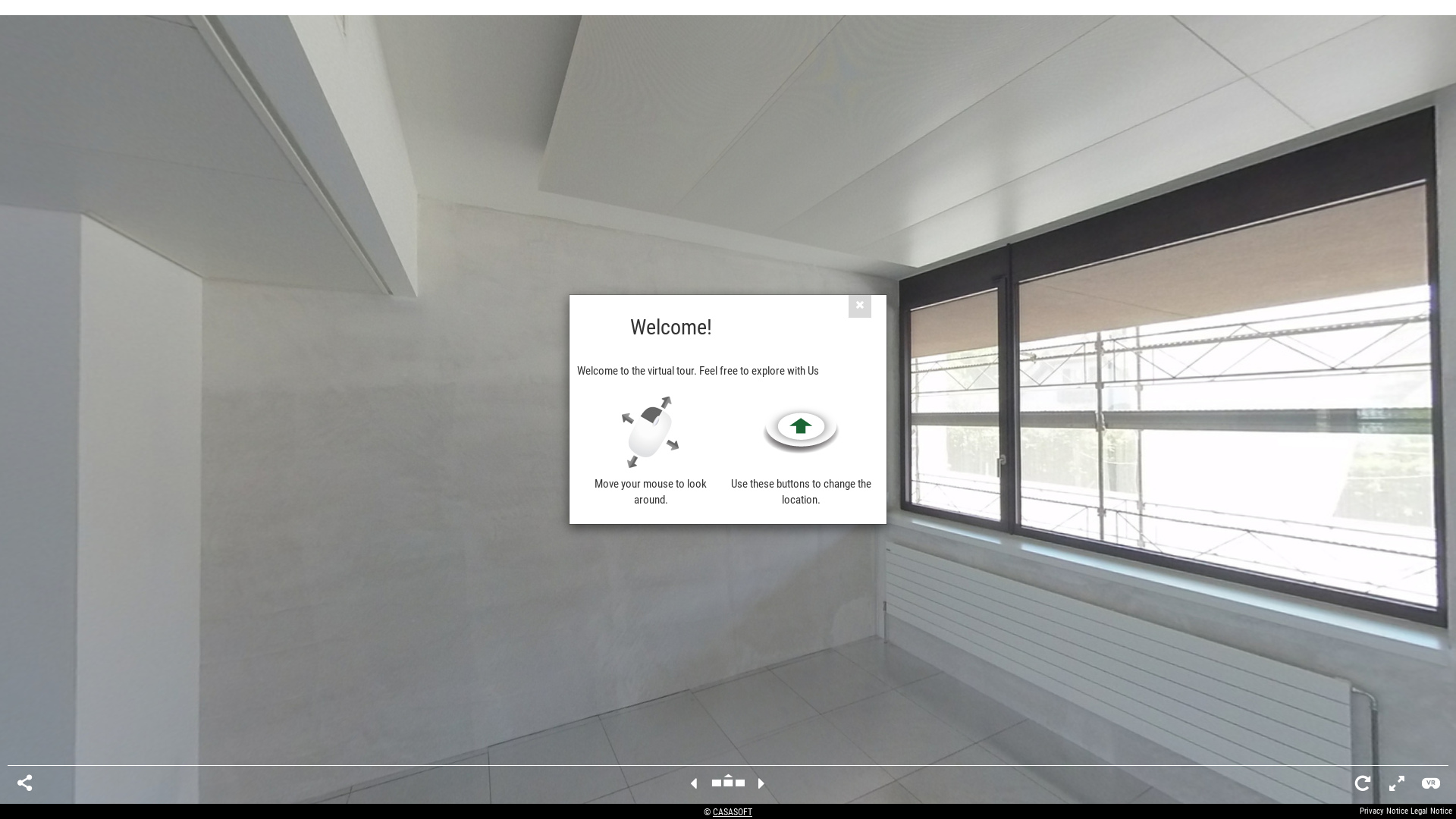 This screenshot has height=819, width=1456. What do you see at coordinates (1362, 783) in the screenshot?
I see `'Rotation'` at bounding box center [1362, 783].